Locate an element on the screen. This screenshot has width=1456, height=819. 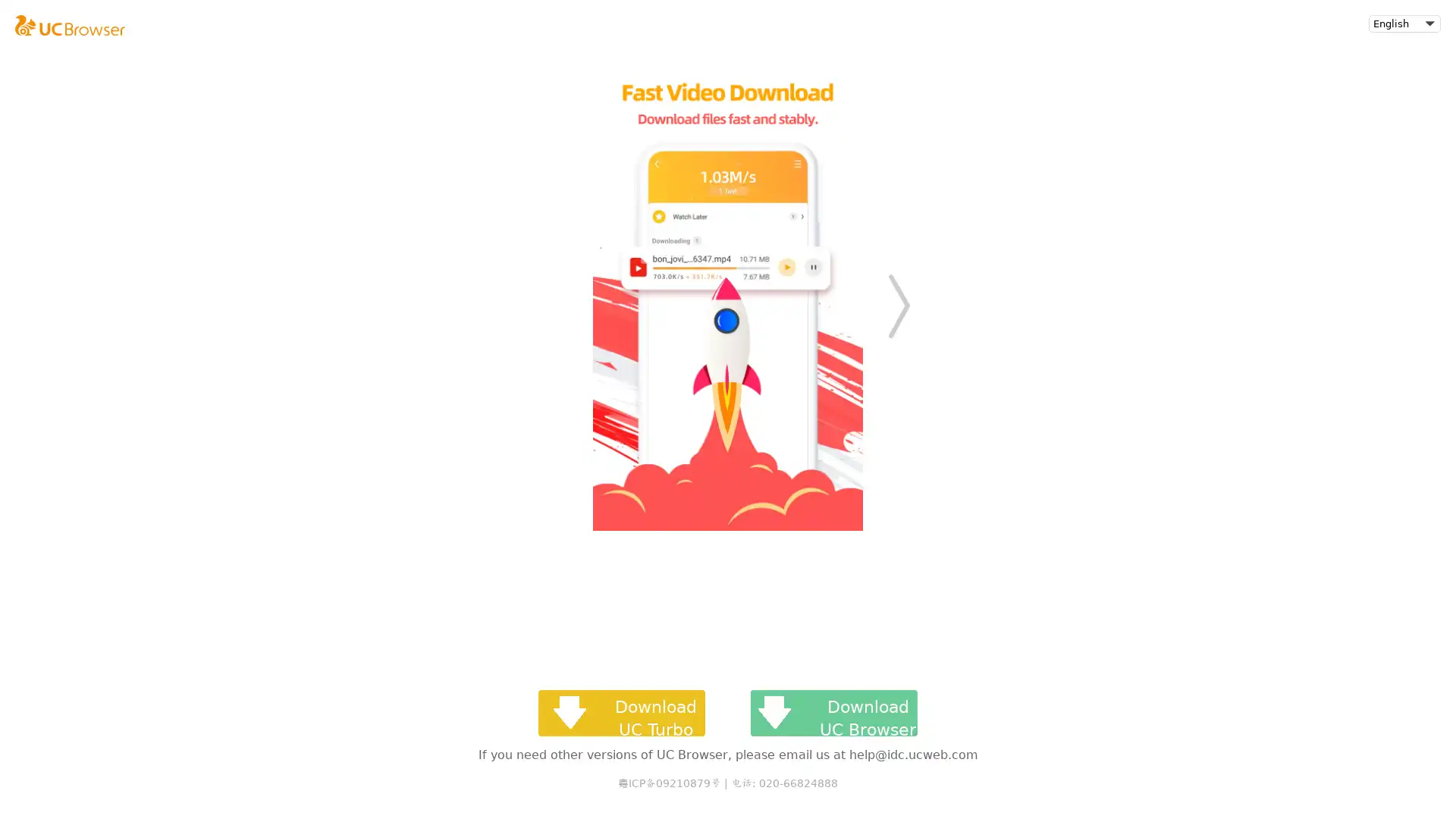
Previous slide is located at coordinates (556, 306).